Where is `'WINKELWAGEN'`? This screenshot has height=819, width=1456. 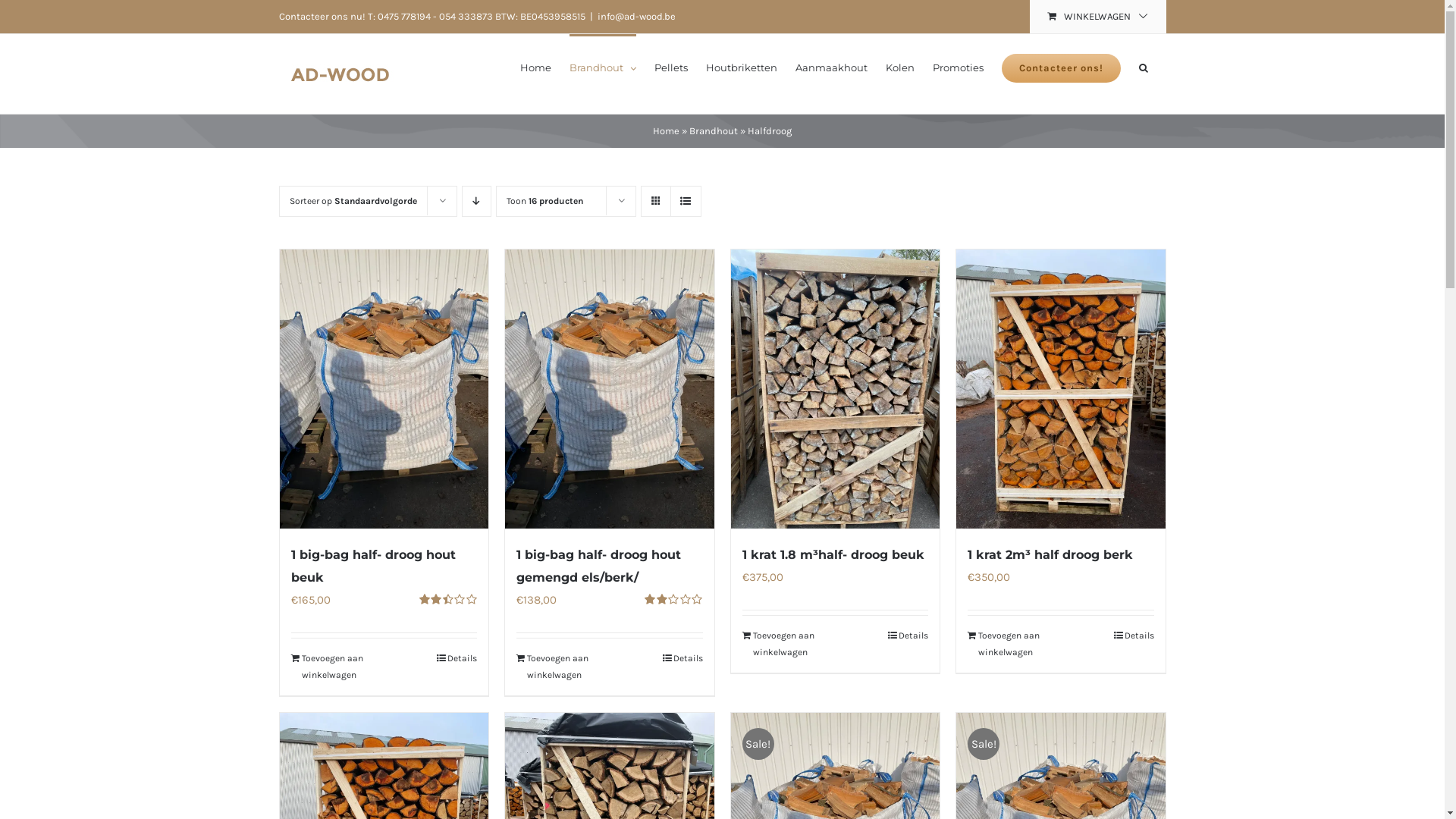
'WINKELWAGEN' is located at coordinates (1098, 17).